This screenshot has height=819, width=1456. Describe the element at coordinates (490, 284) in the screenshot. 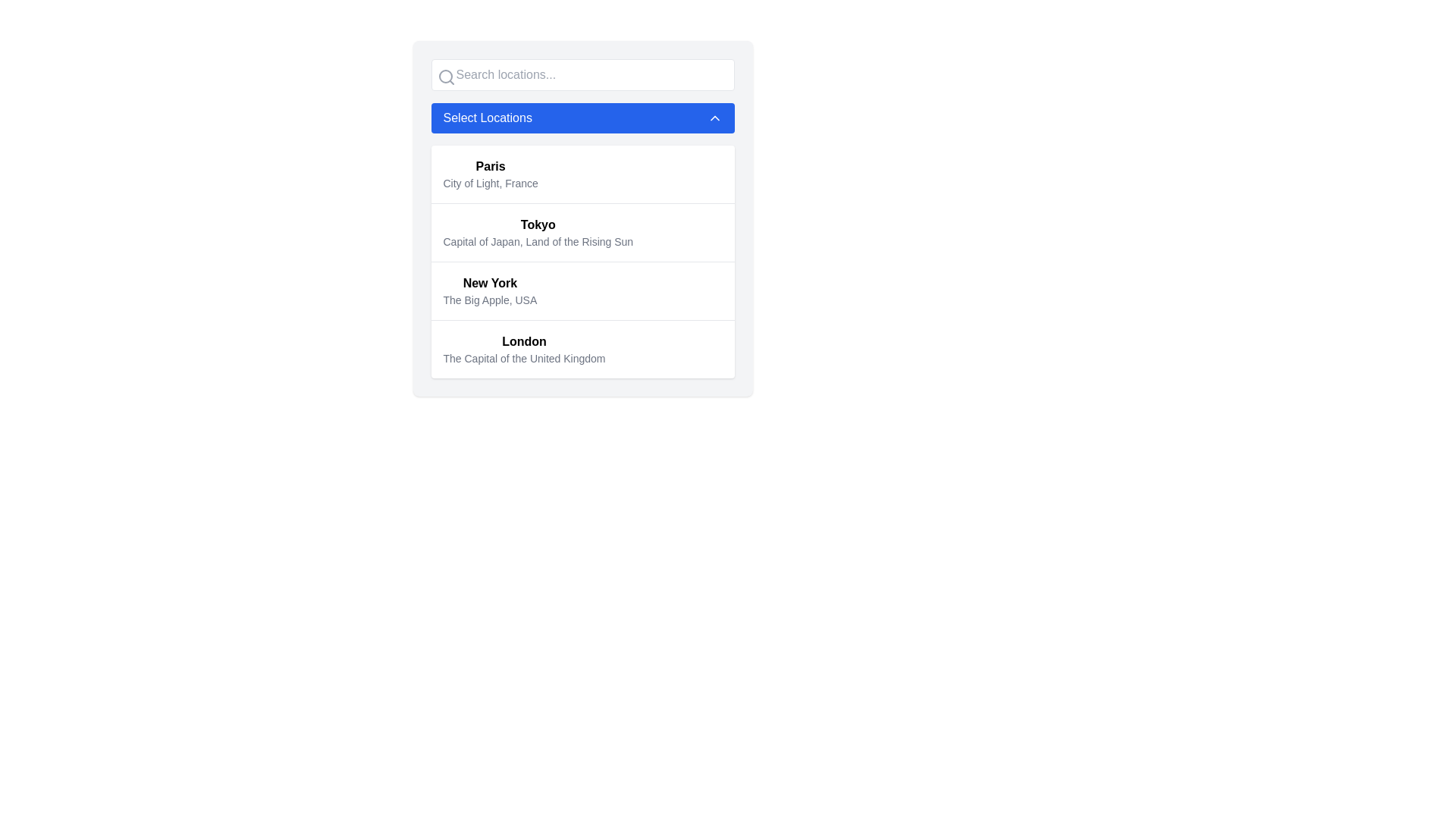

I see `the 'New York' text label` at that location.